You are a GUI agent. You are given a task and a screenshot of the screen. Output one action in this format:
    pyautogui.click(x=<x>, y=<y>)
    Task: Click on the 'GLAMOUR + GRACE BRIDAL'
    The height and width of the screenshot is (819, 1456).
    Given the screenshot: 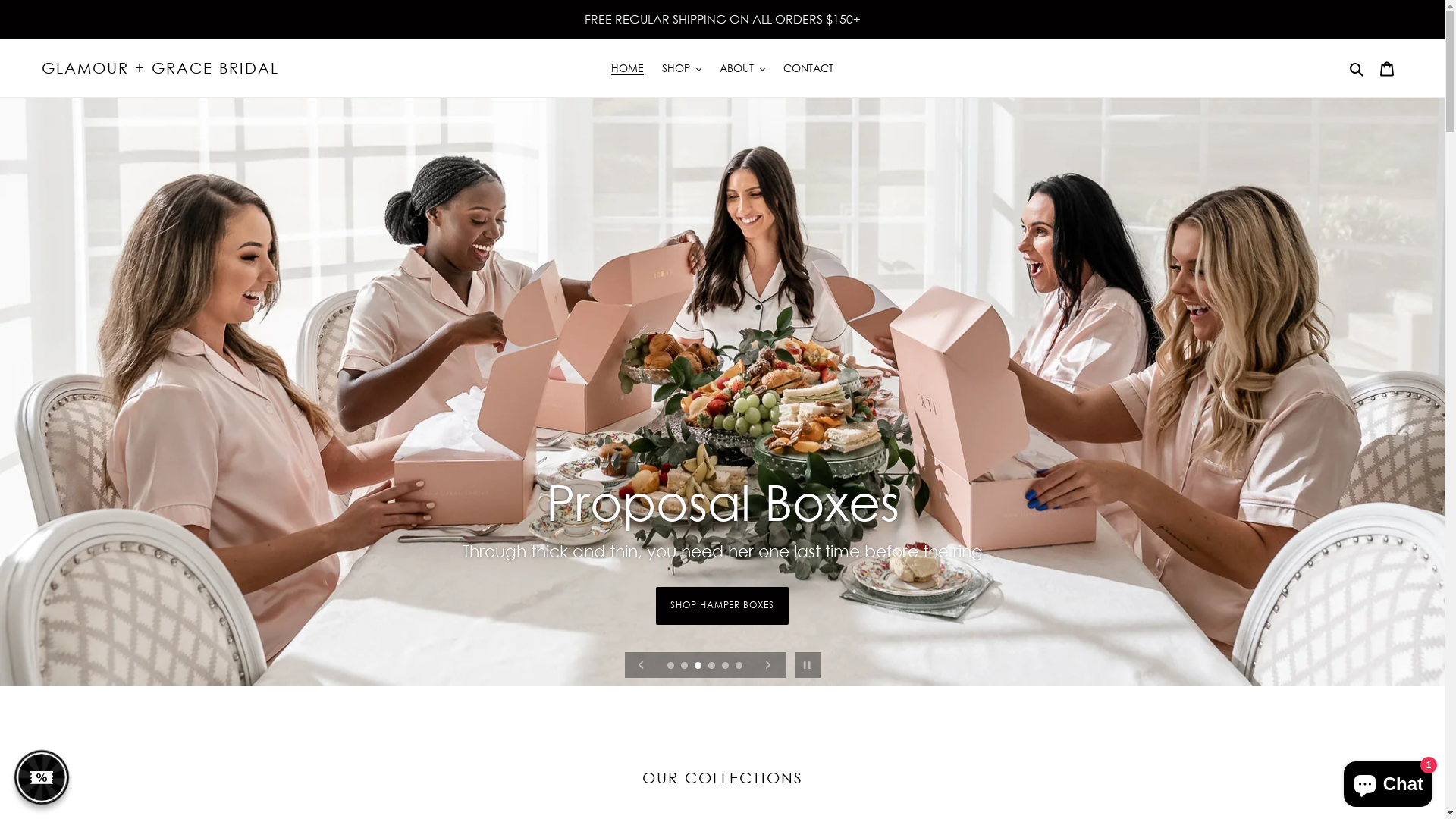 What is the action you would take?
    pyautogui.click(x=41, y=67)
    